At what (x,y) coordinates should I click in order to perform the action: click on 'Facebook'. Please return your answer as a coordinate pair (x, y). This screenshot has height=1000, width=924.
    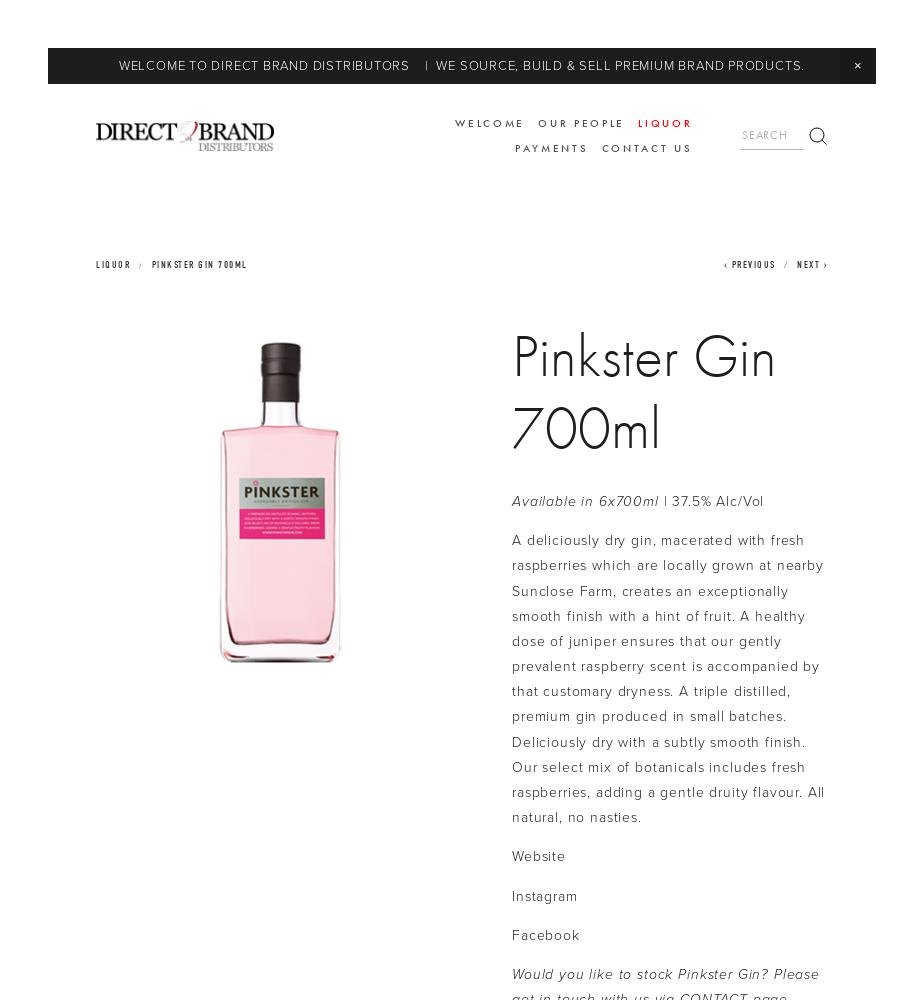
    Looking at the image, I should click on (545, 934).